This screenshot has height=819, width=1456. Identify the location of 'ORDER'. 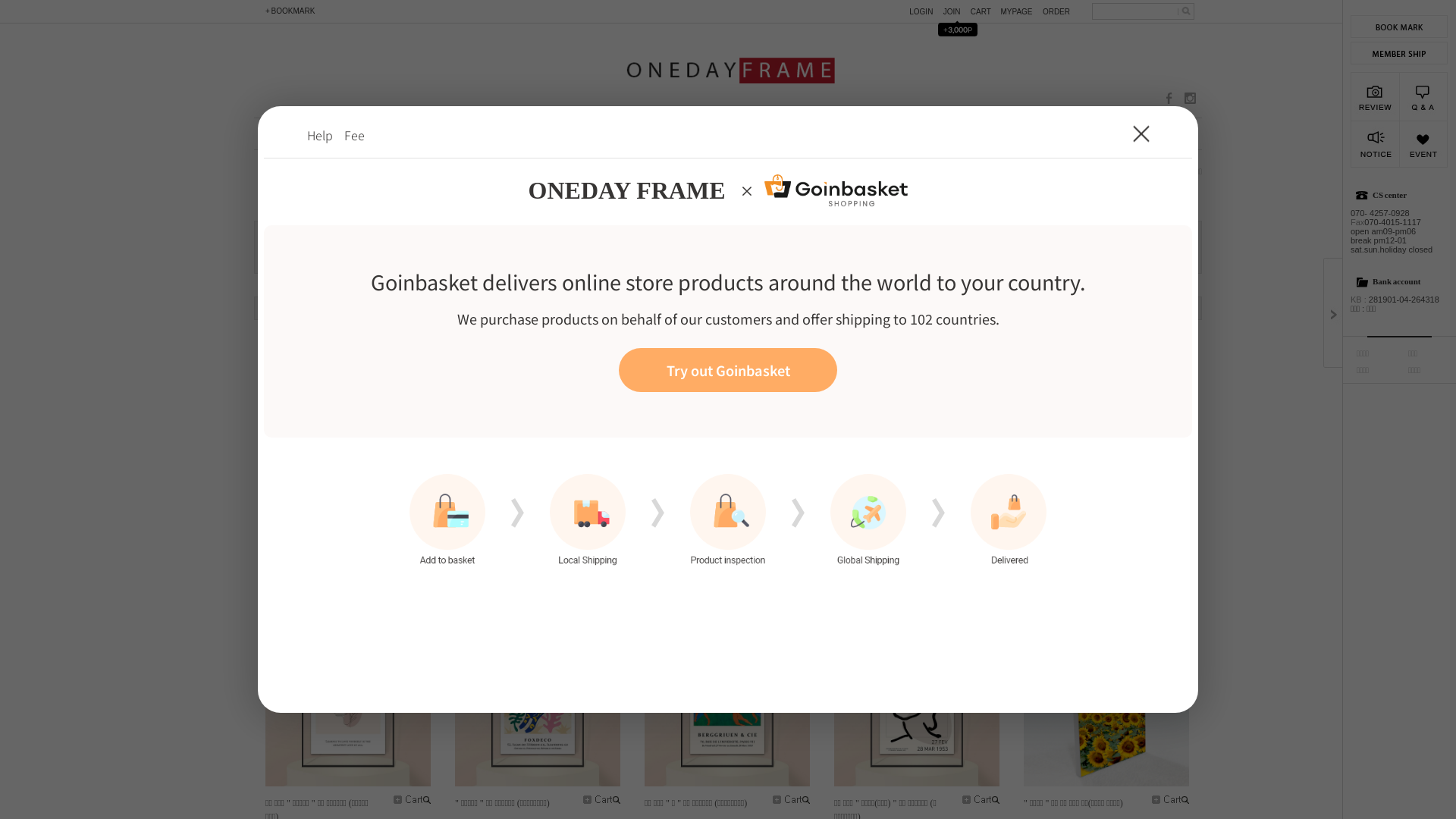
(1059, 11).